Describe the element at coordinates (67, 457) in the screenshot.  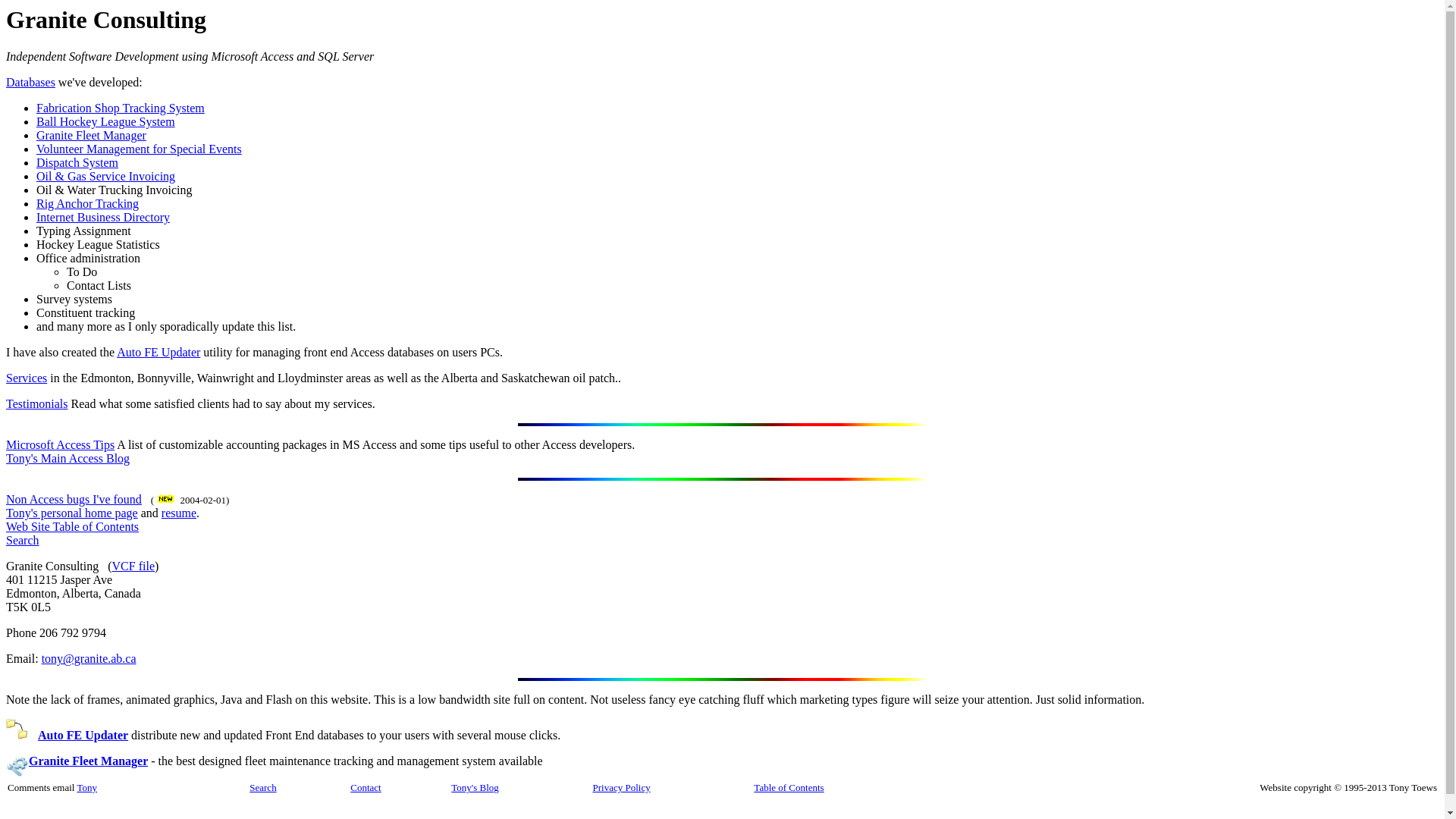
I see `'Tony's Main Access Blog'` at that location.